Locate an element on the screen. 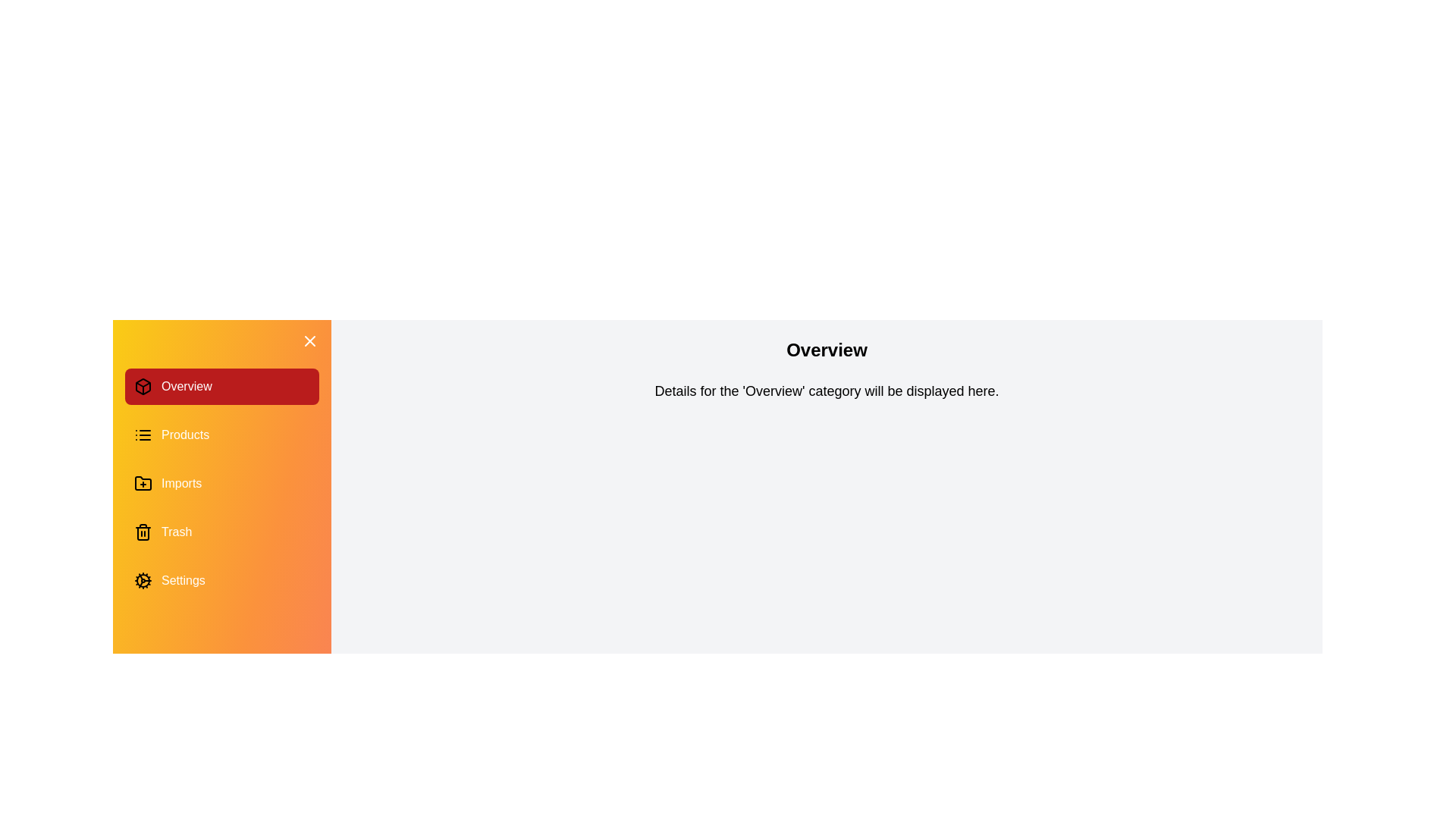 The image size is (1456, 819). the category Imports in the drawer to switch the content displayed is located at coordinates (221, 483).